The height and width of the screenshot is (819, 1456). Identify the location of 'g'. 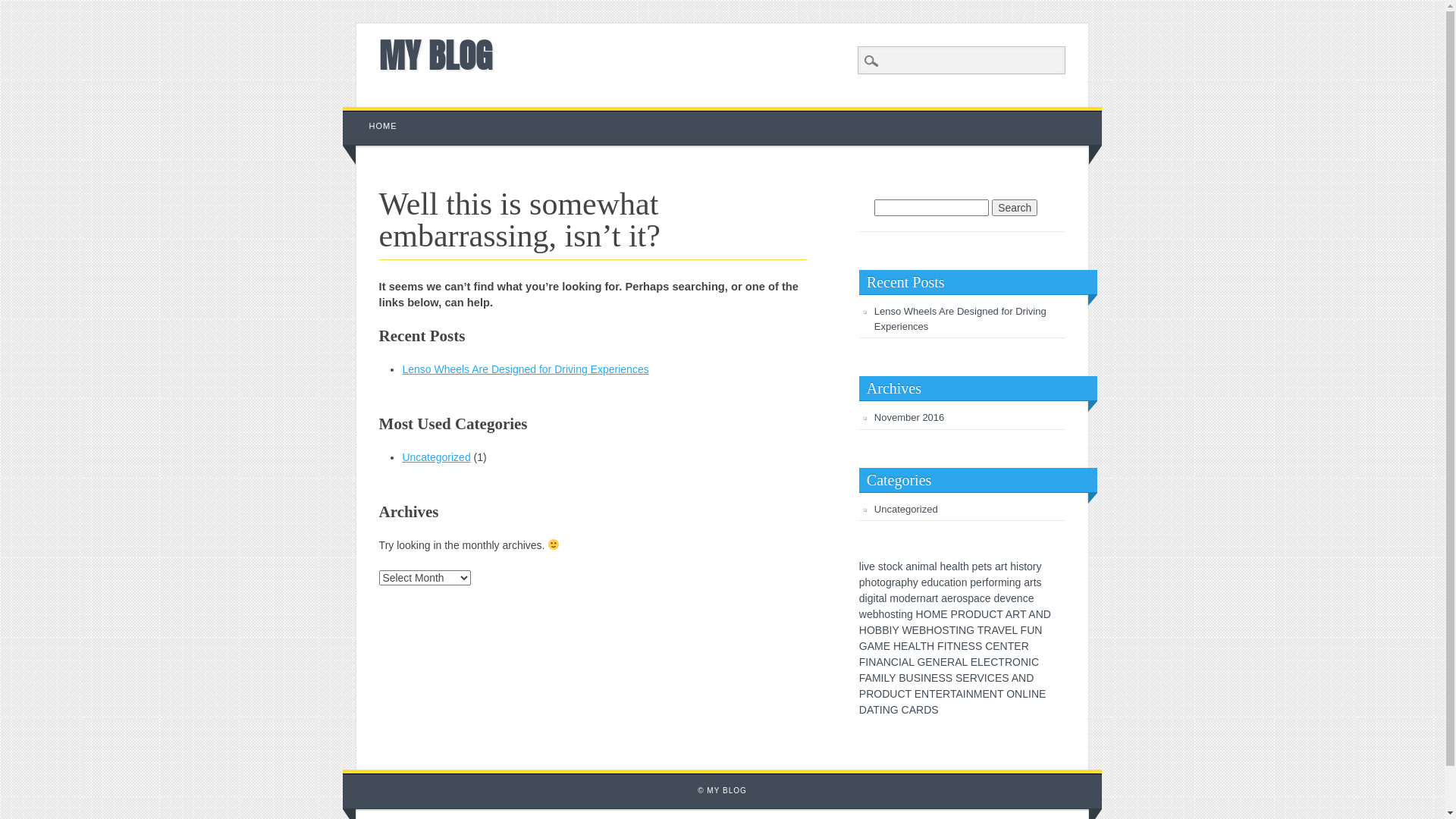
(910, 614).